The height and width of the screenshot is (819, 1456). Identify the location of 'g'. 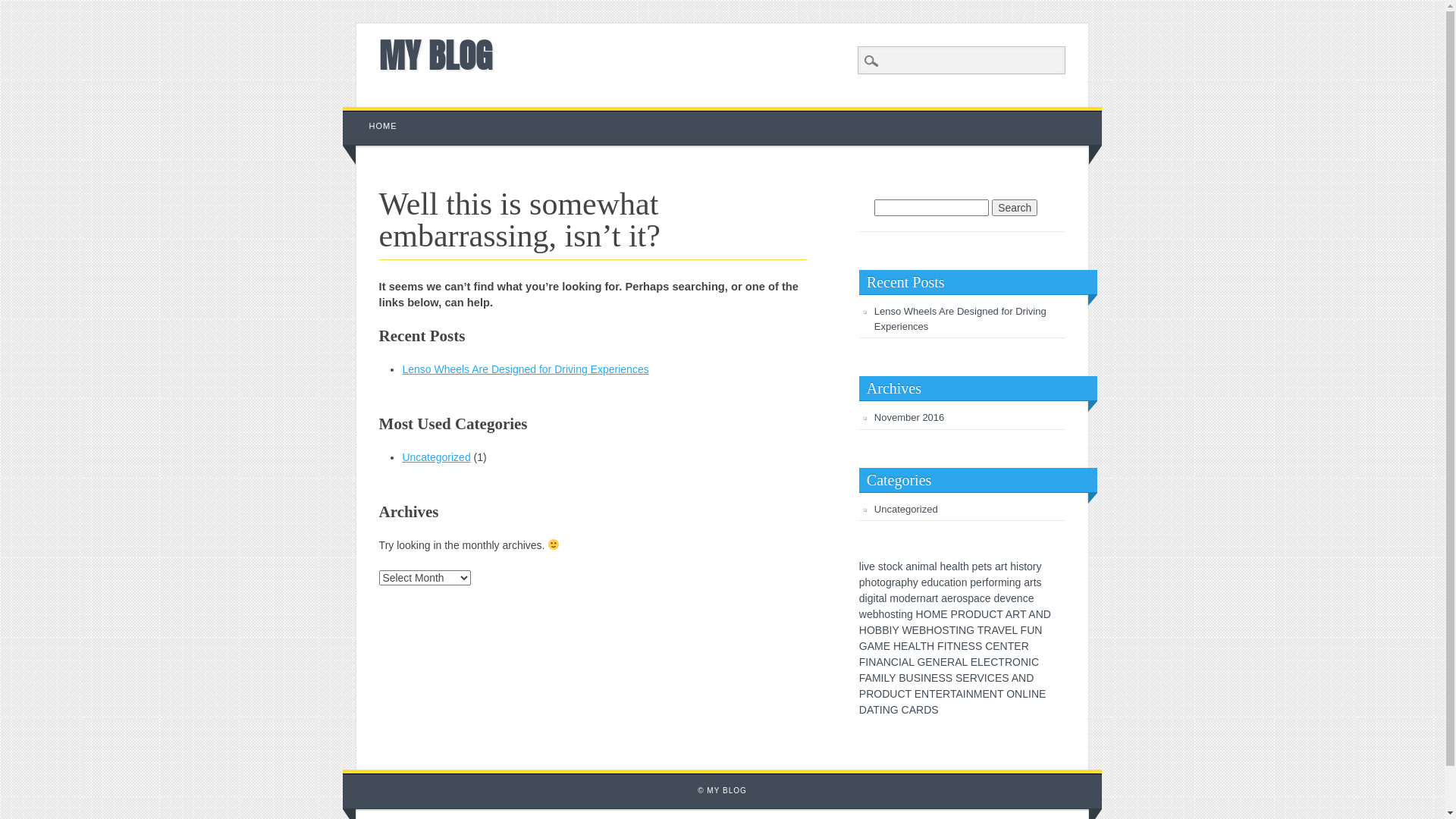
(910, 614).